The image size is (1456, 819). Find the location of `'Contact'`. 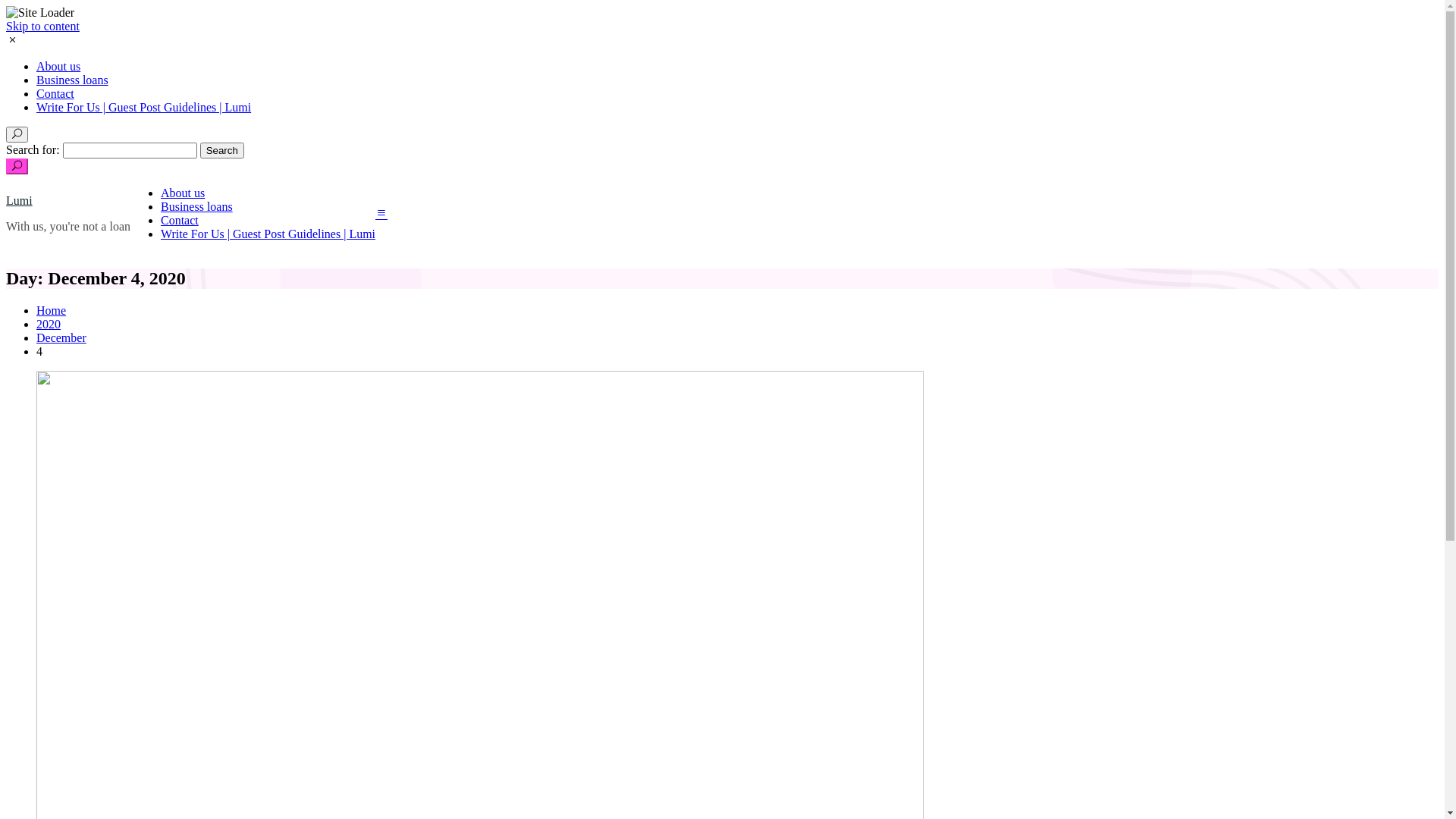

'Contact' is located at coordinates (179, 220).